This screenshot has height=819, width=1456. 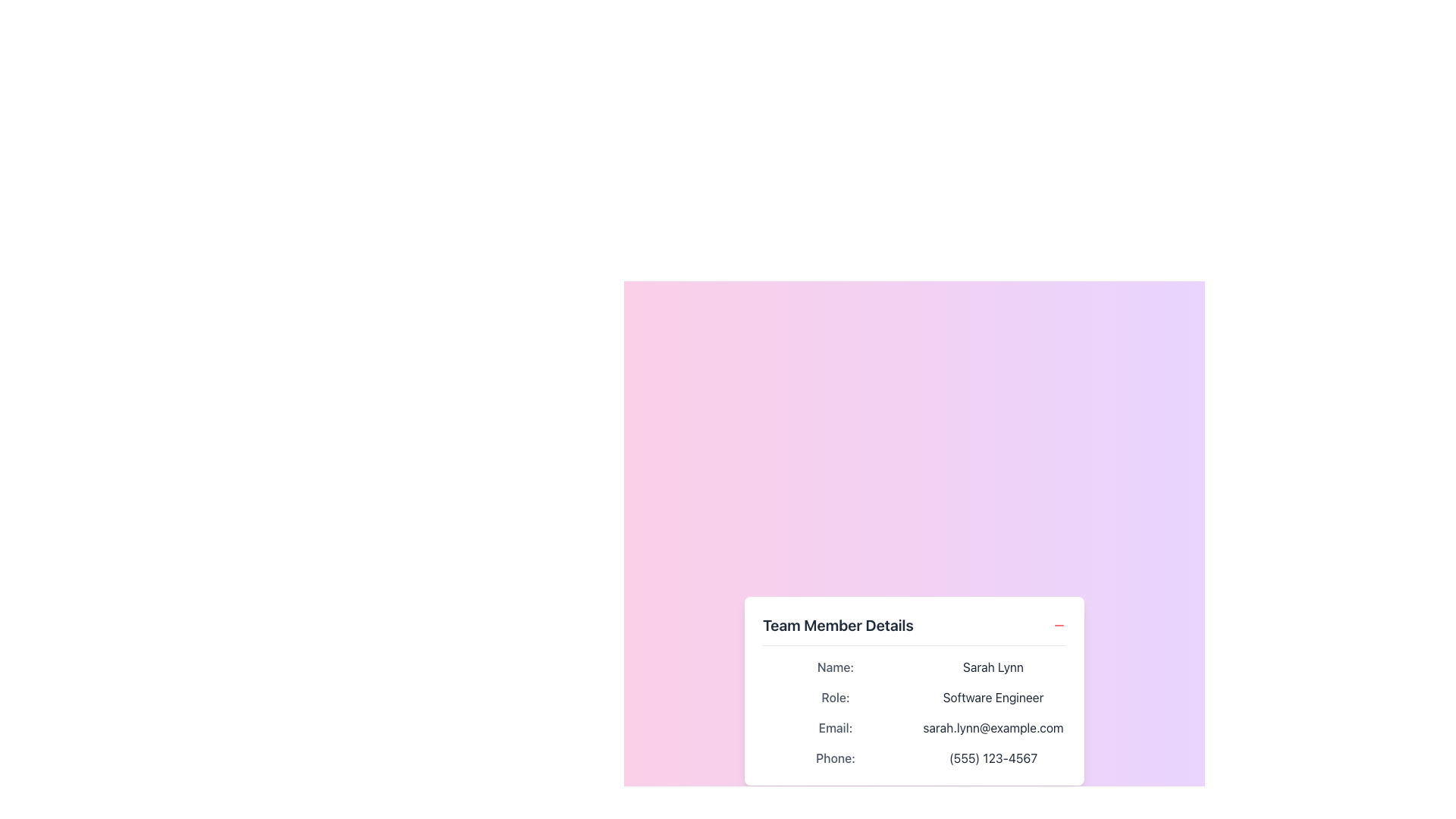 I want to click on the static text field displaying 'Software Engineer', which is styled in dark gray and positioned immediately to the right of the label 'Role:' in the lower-middle section of the interface, so click(x=993, y=697).